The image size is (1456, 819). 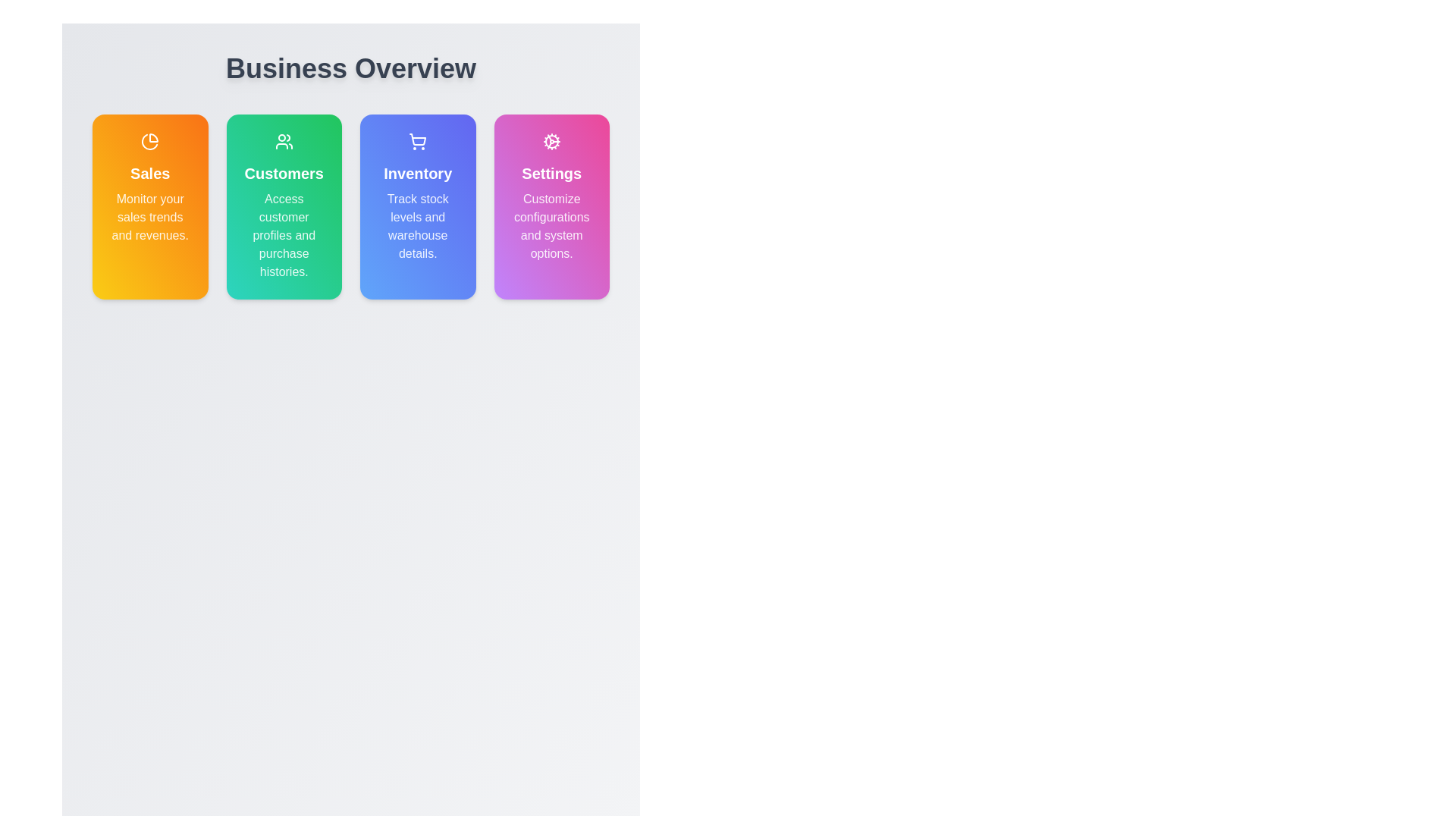 What do you see at coordinates (551, 227) in the screenshot?
I see `text description that provides additional information about the 'Settings' feature, located in the fourth card from the left, centrally aligned below the heading 'Settings'` at bounding box center [551, 227].